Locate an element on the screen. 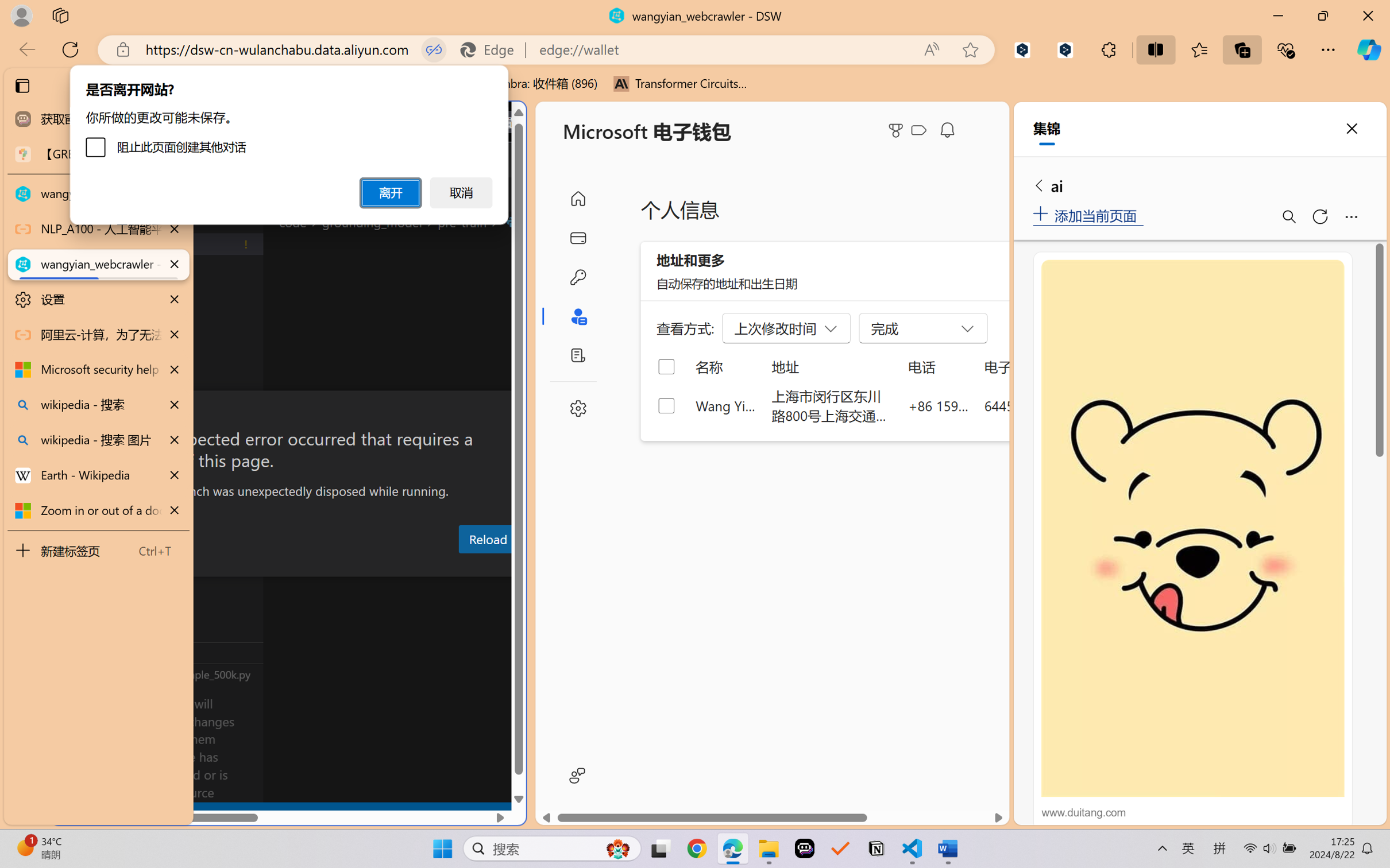 The width and height of the screenshot is (1390, 868). 'Wang Yian' is located at coordinates (725, 405).